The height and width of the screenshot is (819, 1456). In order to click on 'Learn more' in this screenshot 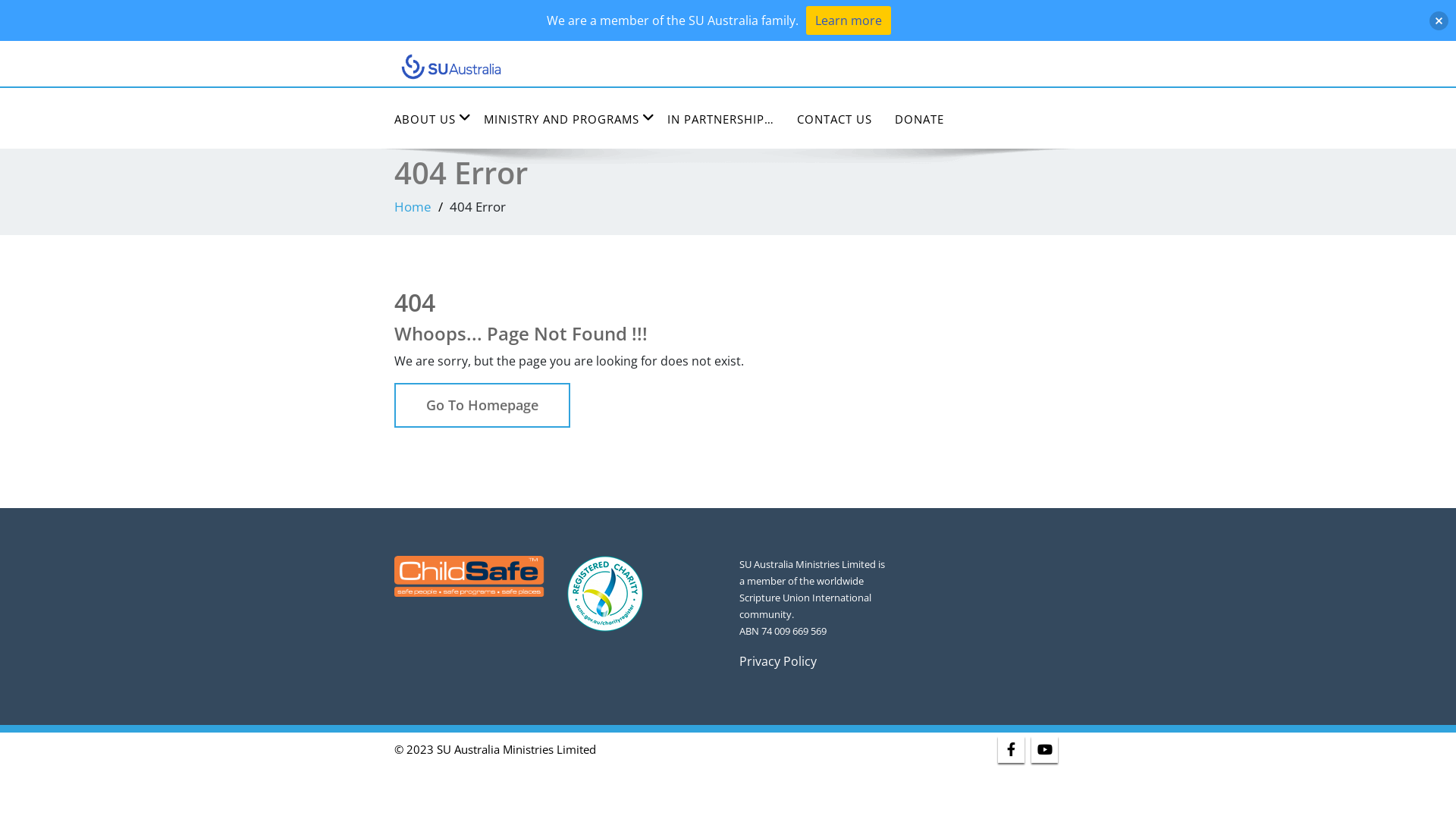, I will do `click(804, 20)`.